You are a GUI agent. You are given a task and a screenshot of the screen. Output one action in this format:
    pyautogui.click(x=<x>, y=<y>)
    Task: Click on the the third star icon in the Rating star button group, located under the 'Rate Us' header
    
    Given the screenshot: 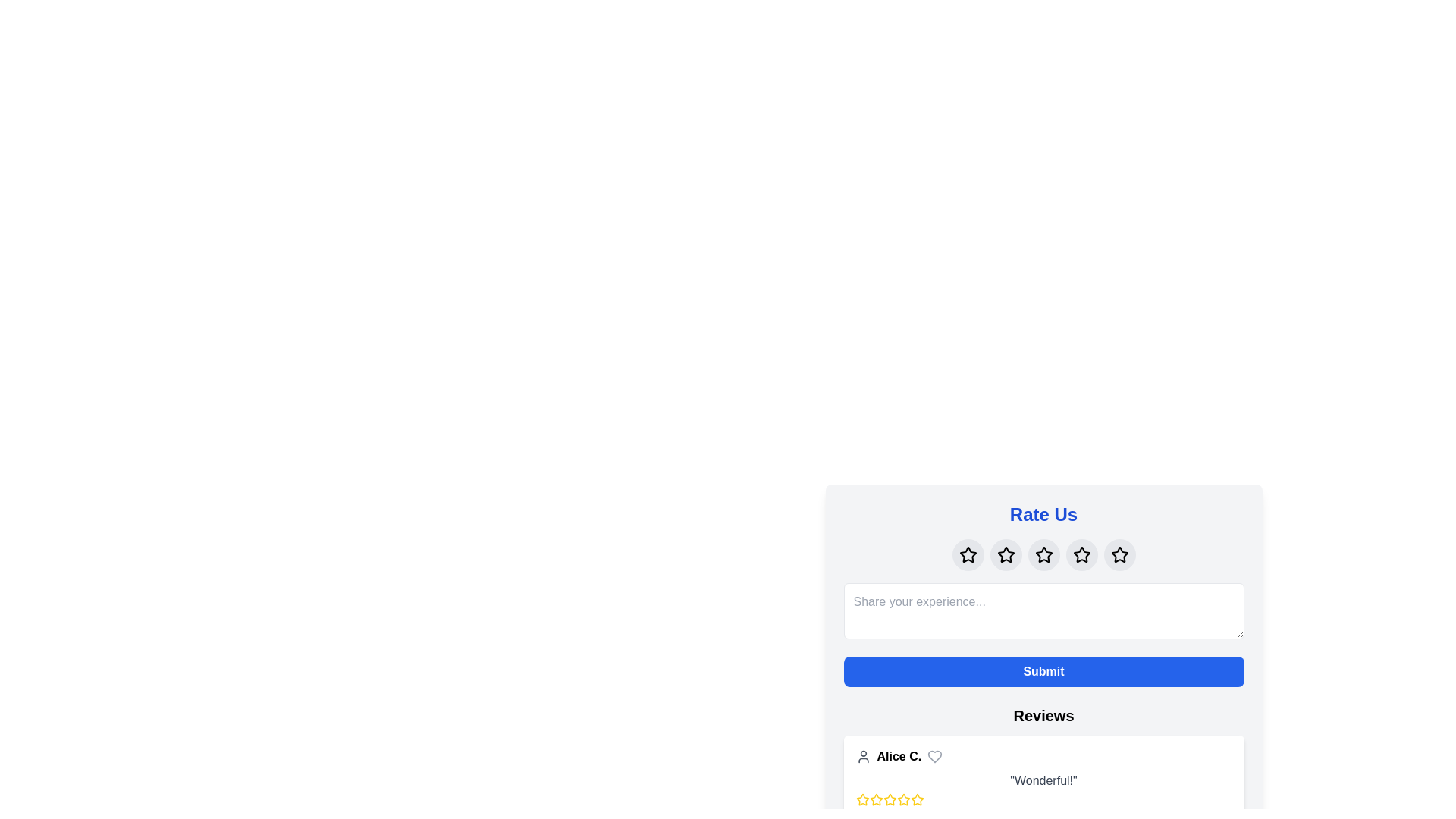 What is the action you would take?
    pyautogui.click(x=1043, y=555)
    